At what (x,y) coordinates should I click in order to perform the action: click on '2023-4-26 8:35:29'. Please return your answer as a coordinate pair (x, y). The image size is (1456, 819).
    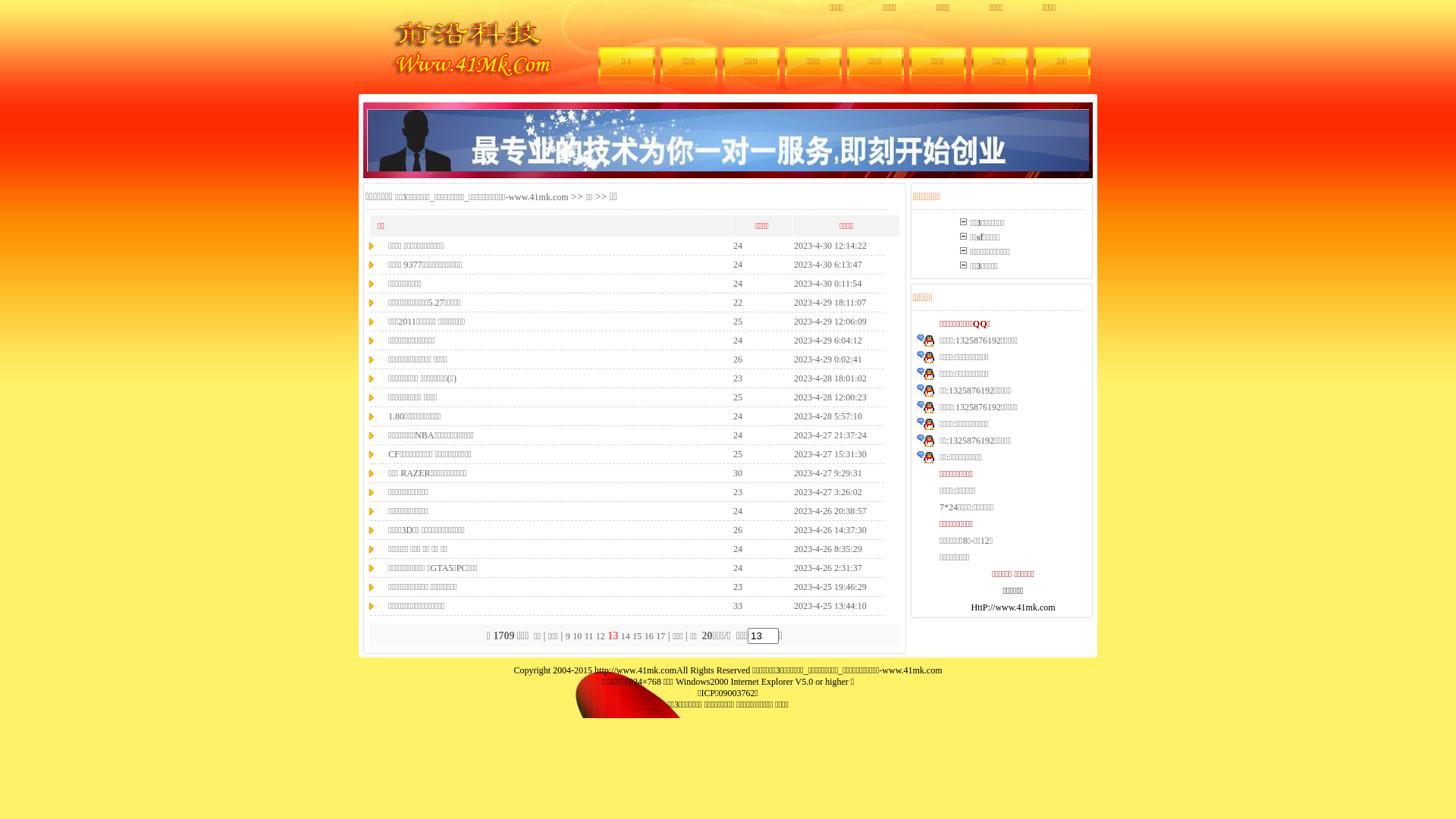
    Looking at the image, I should click on (827, 548).